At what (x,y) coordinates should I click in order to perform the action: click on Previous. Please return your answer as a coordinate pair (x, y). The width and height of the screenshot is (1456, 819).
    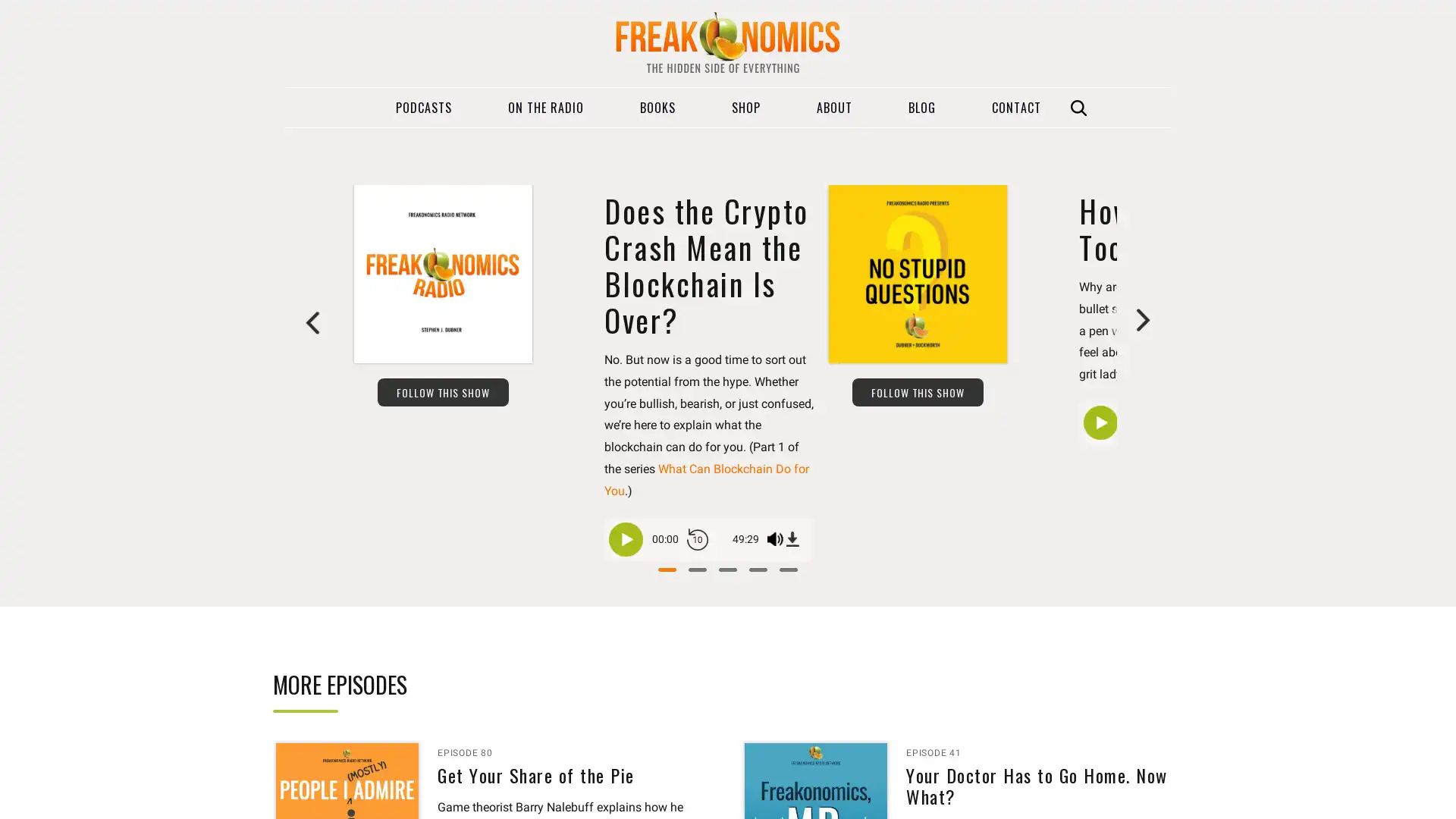
    Looking at the image, I should click on (312, 321).